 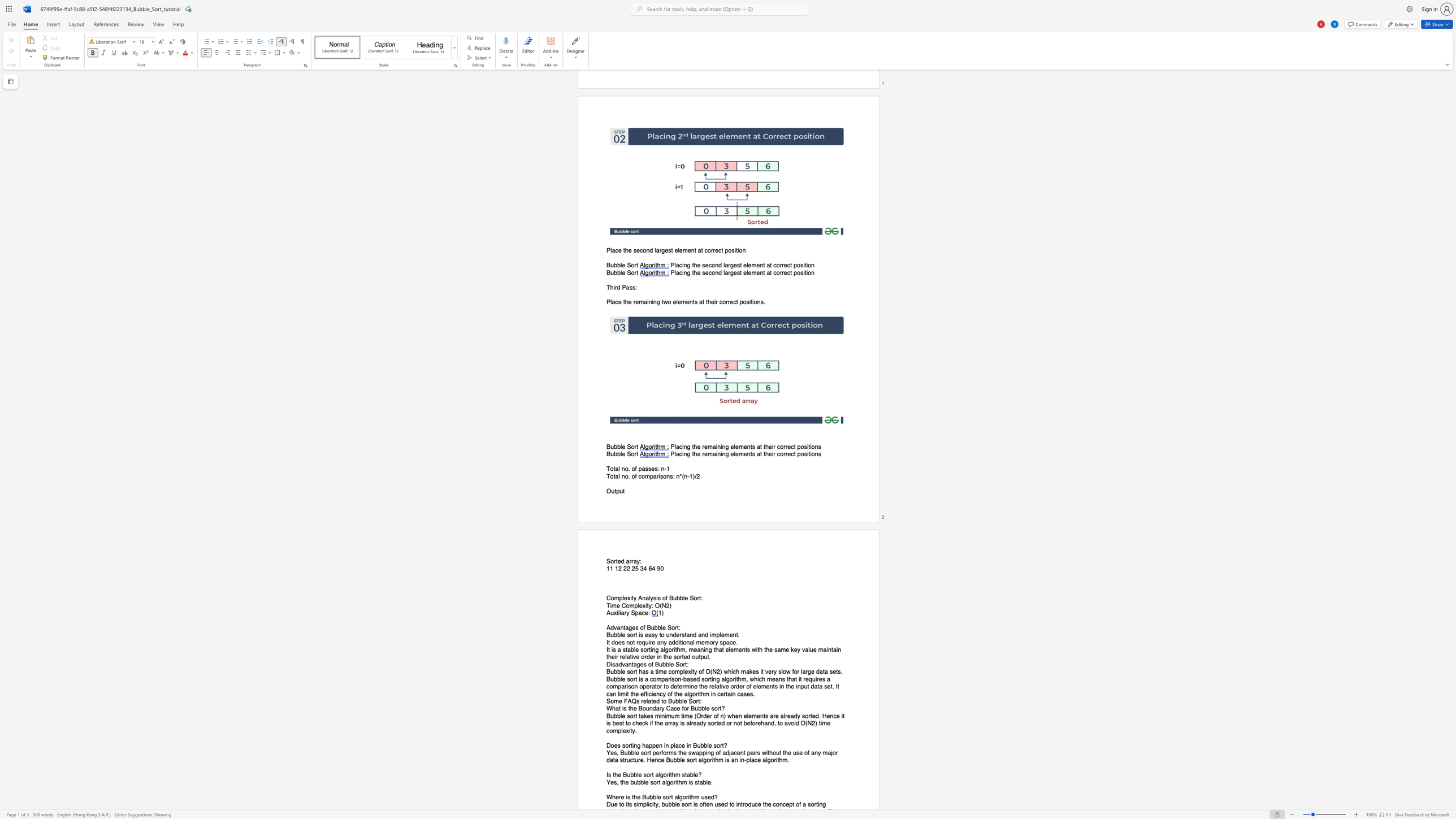 I want to click on the subset text "id O(N2) ti" within the text "Bubble sort takes minimum time (Order of n) when elements are already sorted. Hence it is best to check if the array is already sorted or not beforehand, to avoid O(N2) time complexity.", so click(x=794, y=723).